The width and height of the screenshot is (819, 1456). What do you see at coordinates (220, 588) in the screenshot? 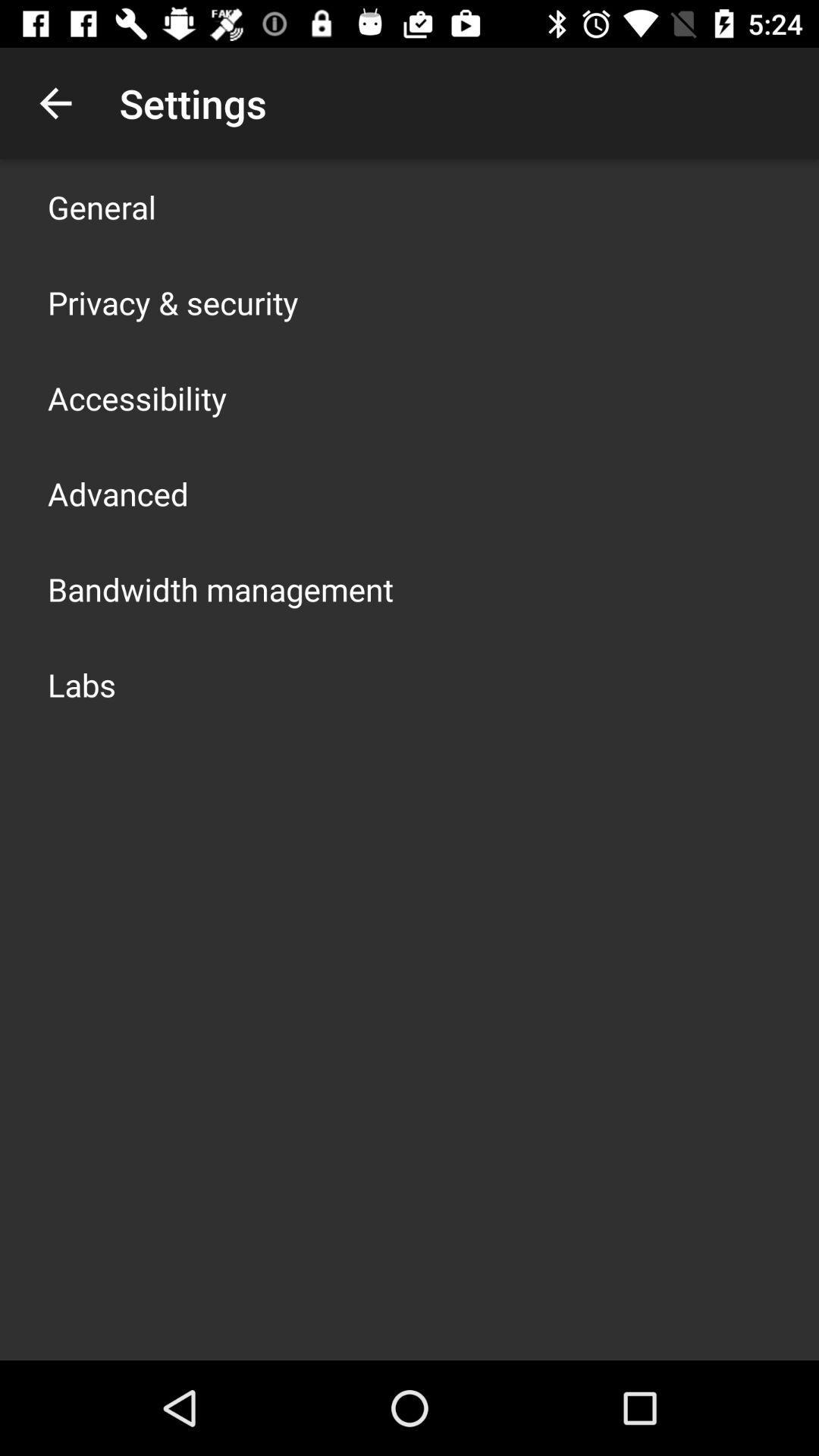
I see `the icon below advanced app` at bounding box center [220, 588].